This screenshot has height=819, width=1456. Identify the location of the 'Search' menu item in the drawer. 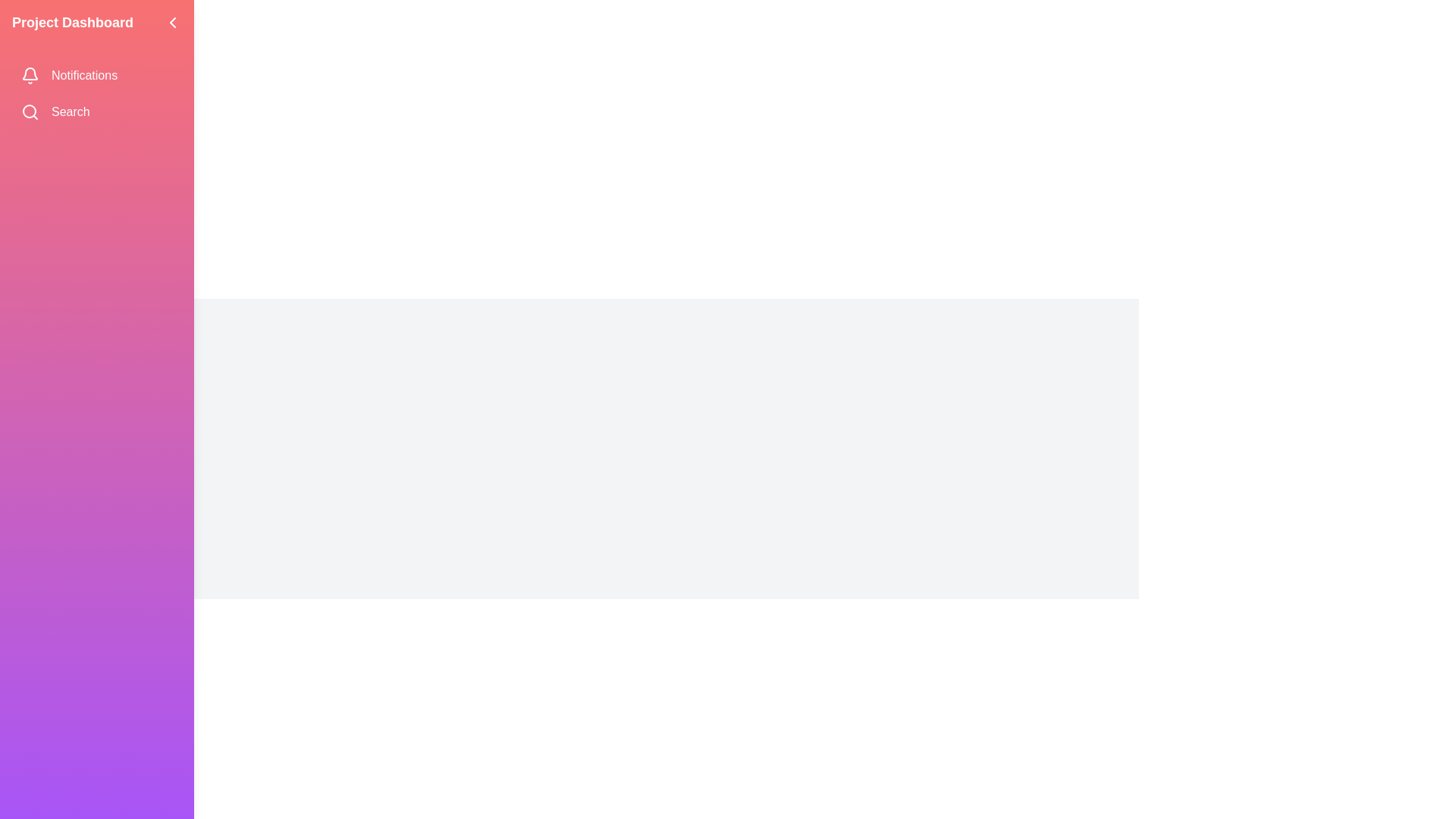
(96, 111).